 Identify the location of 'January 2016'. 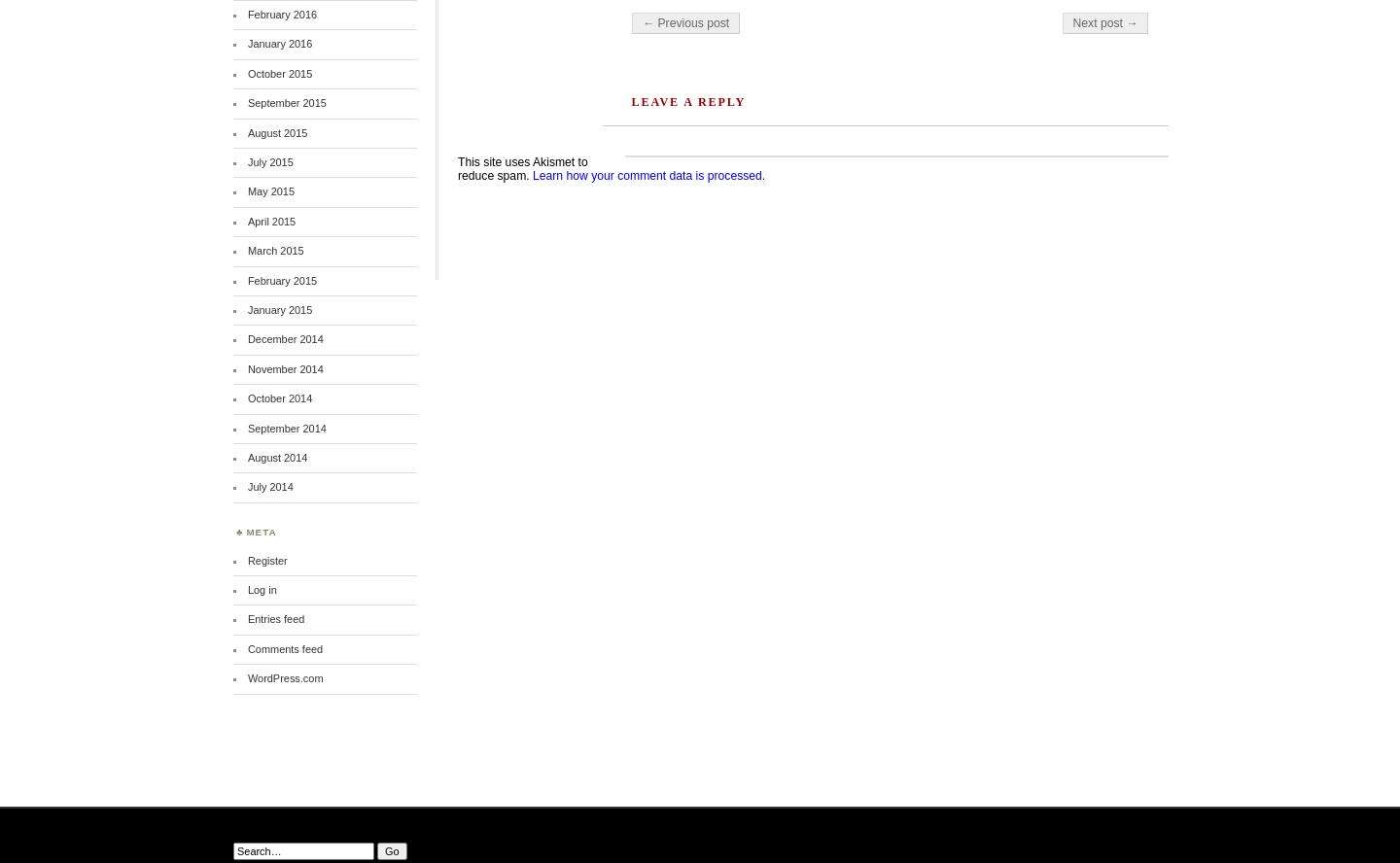
(278, 44).